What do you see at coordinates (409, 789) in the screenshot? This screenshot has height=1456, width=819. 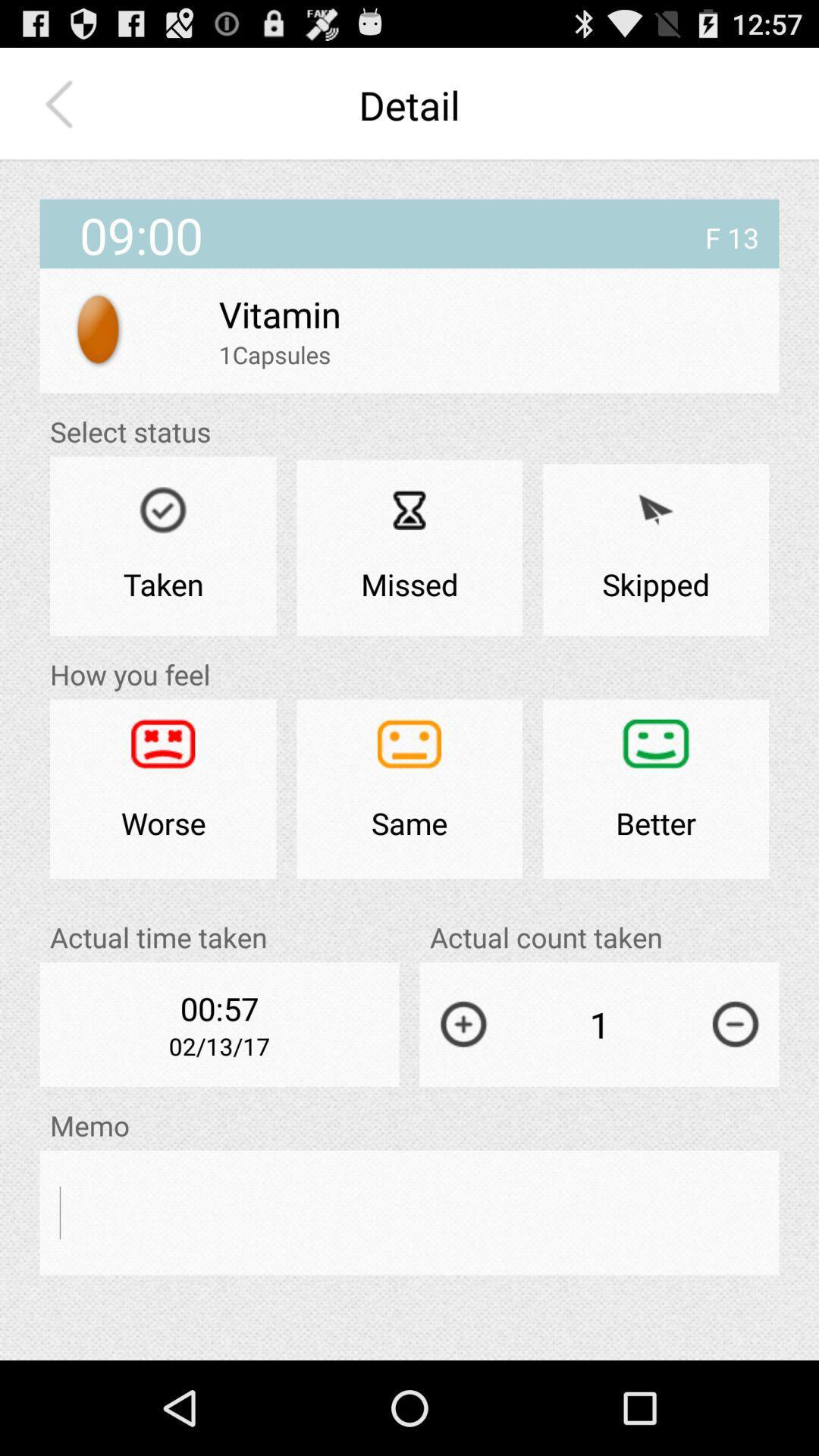 I see `icon above the actual time taken` at bounding box center [409, 789].